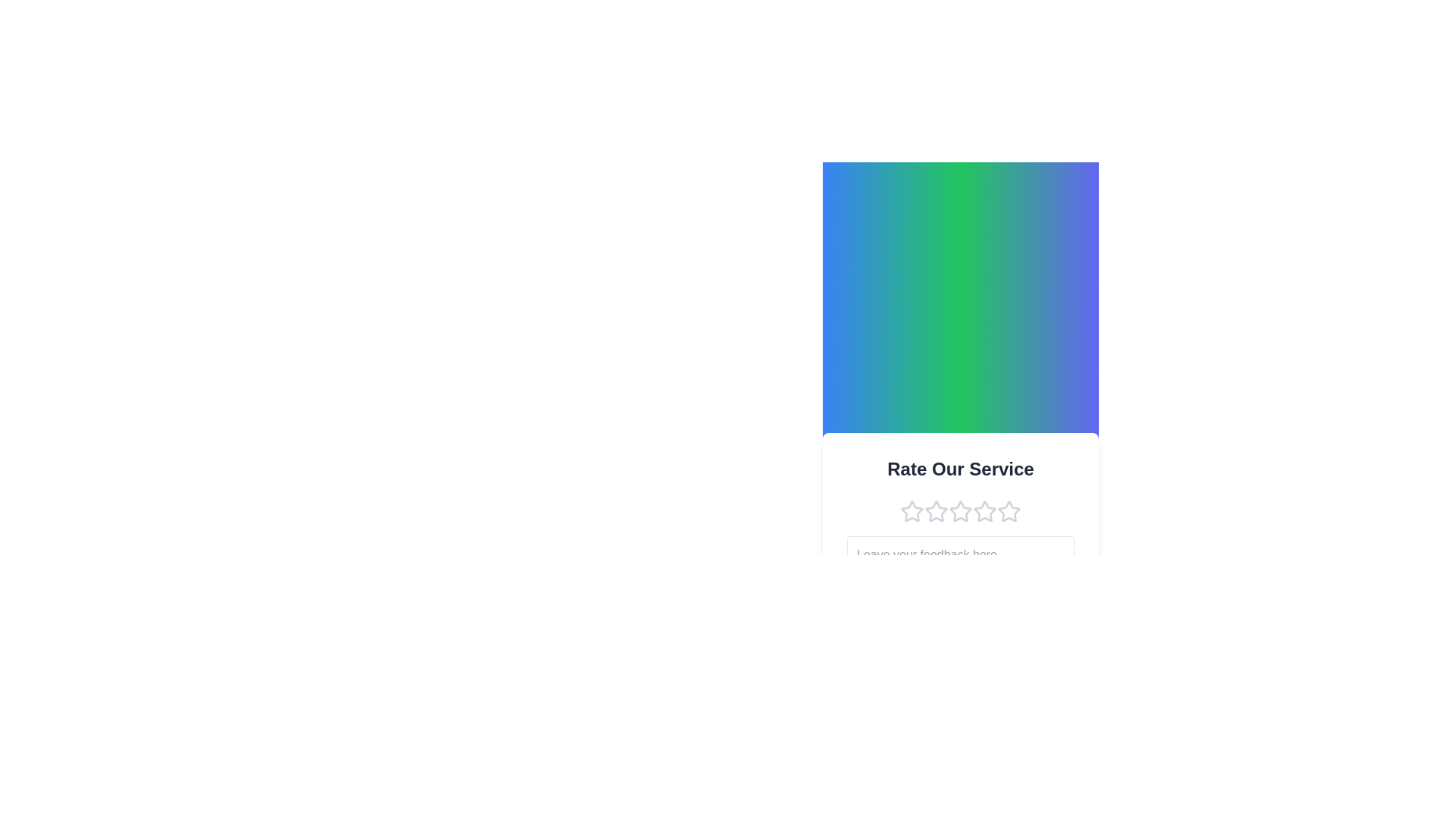 This screenshot has width=1456, height=819. What do you see at coordinates (960, 468) in the screenshot?
I see `the prominently styled static text displaying 'Rate Our Service' in a bold and large font, which is centered in a modal interface just below the gradient header` at bounding box center [960, 468].